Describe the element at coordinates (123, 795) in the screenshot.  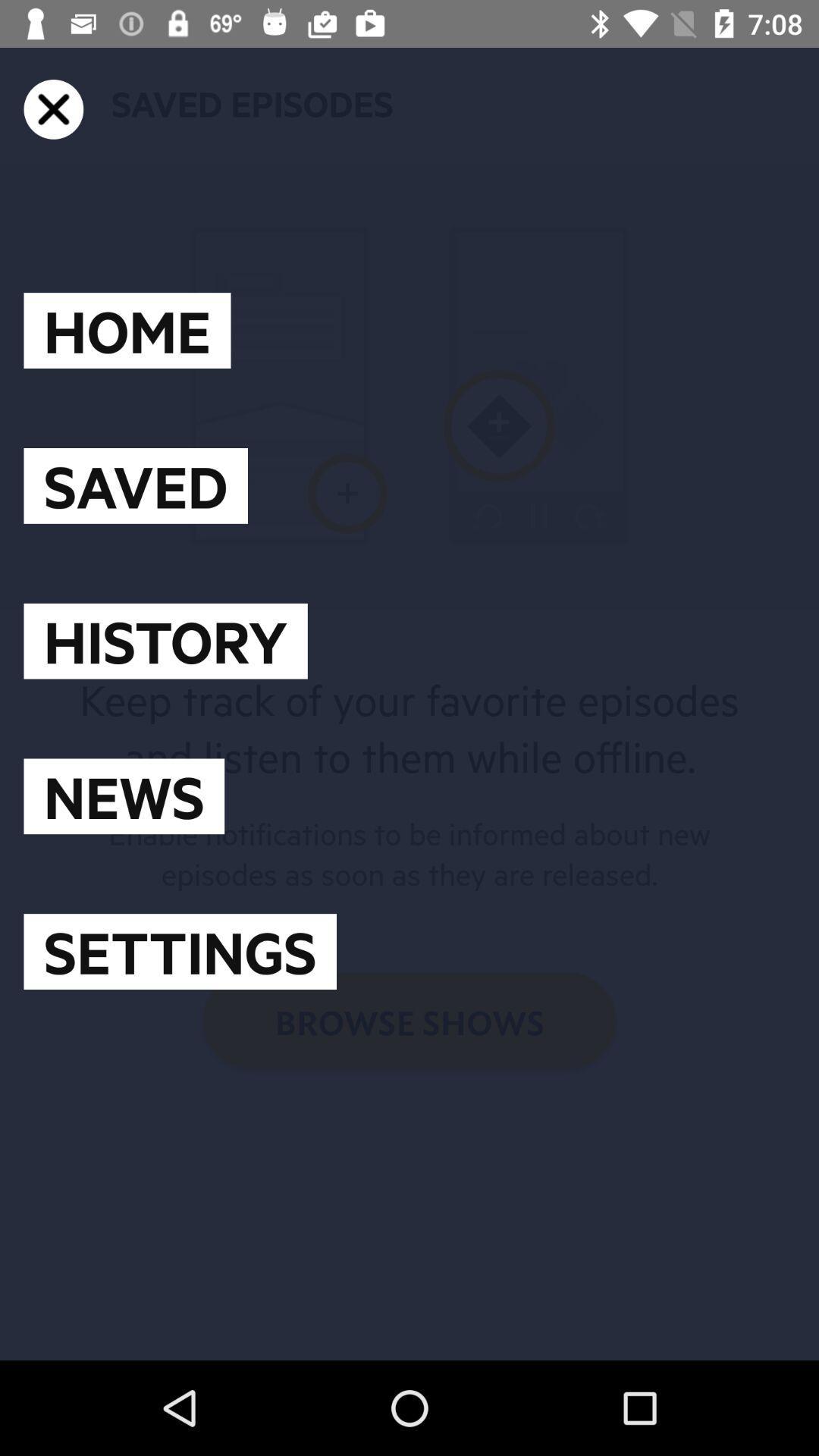
I see `item below the history icon` at that location.